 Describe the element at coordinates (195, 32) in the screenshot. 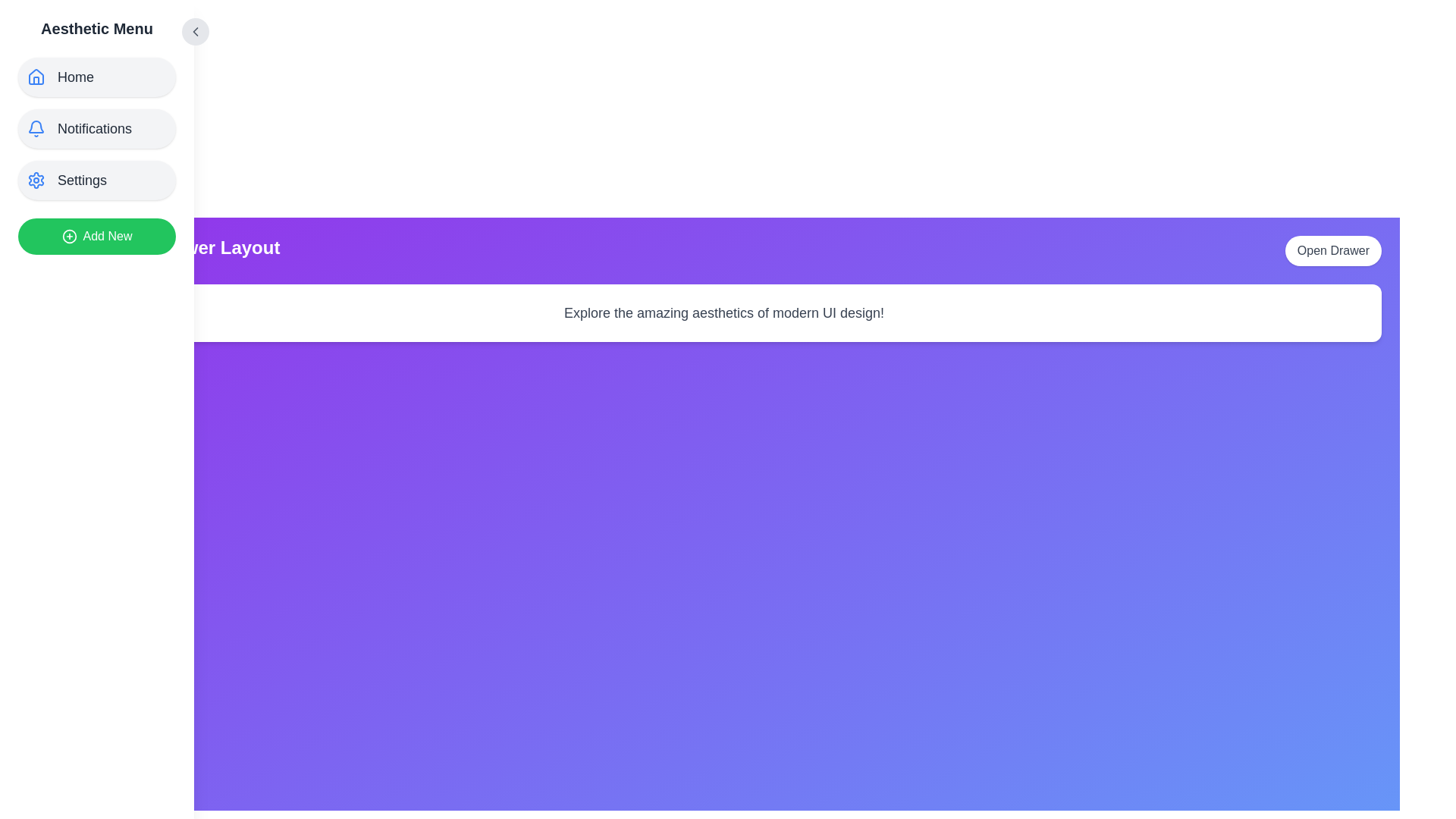

I see `the circular button with a gray background and a left-facing arrow icon located at the top-right corner of the 'Aesthetic Menu' sidebar` at that location.